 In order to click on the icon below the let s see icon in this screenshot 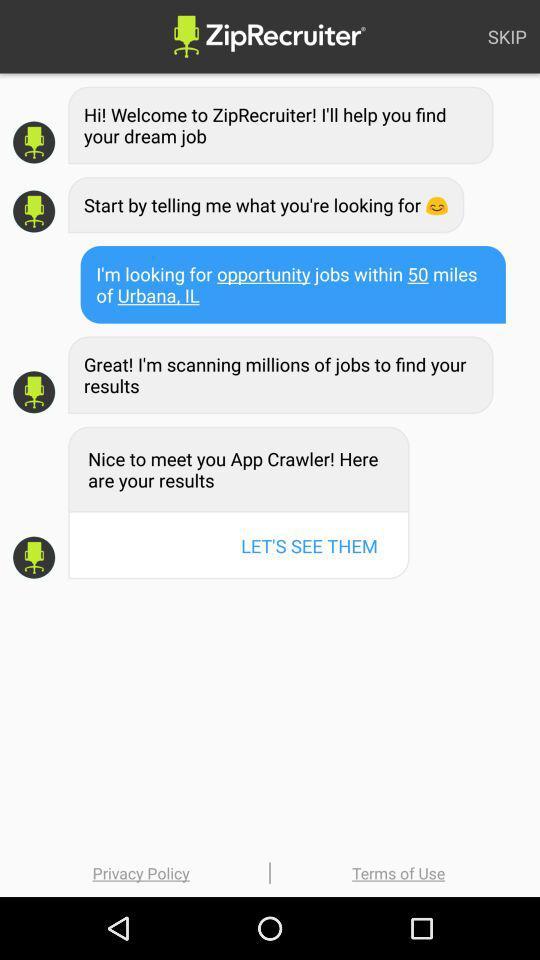, I will do `click(398, 872)`.